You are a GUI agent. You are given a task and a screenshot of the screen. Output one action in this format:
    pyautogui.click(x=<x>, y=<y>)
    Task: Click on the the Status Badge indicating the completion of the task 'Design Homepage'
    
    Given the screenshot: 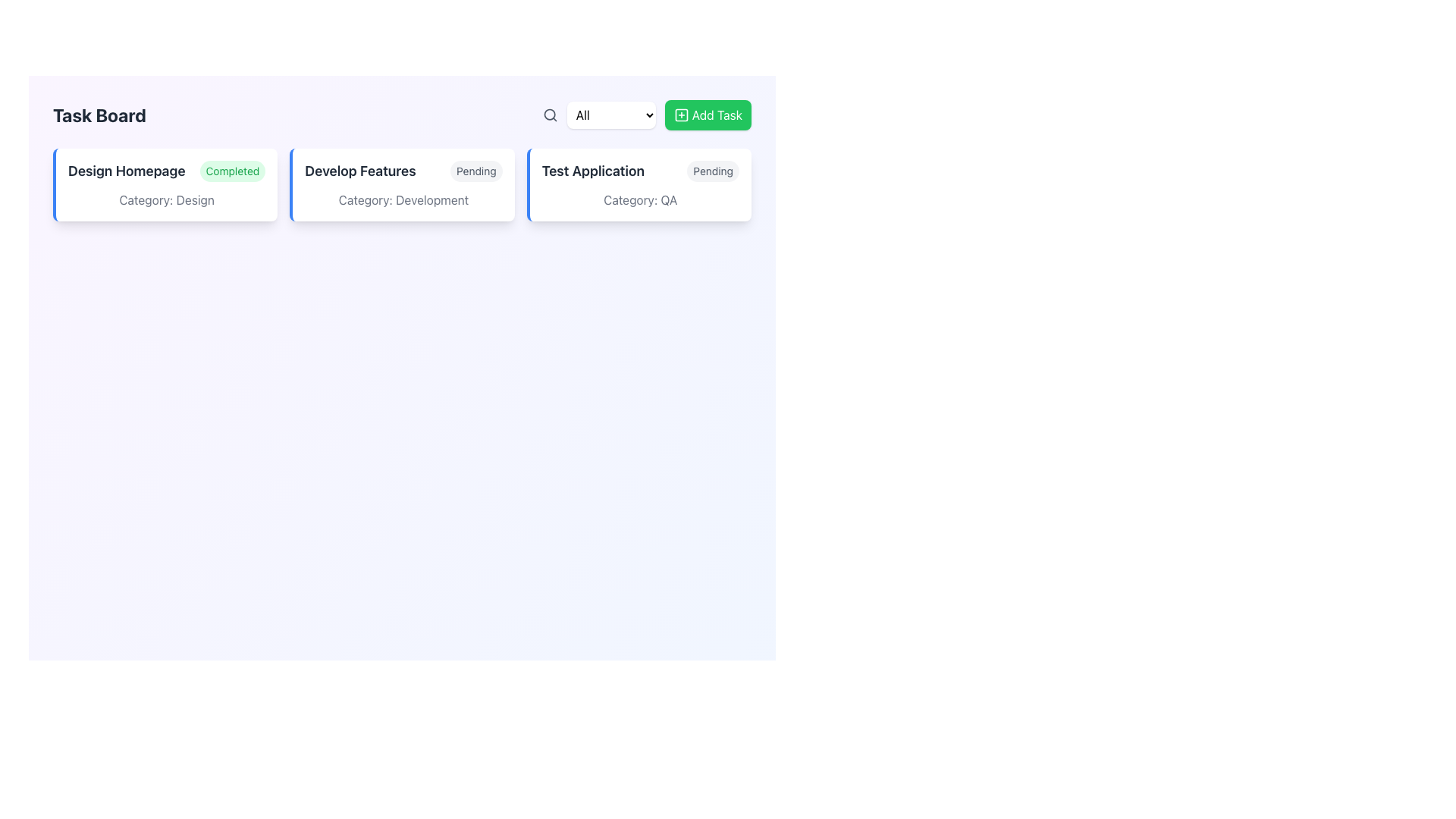 What is the action you would take?
    pyautogui.click(x=232, y=171)
    